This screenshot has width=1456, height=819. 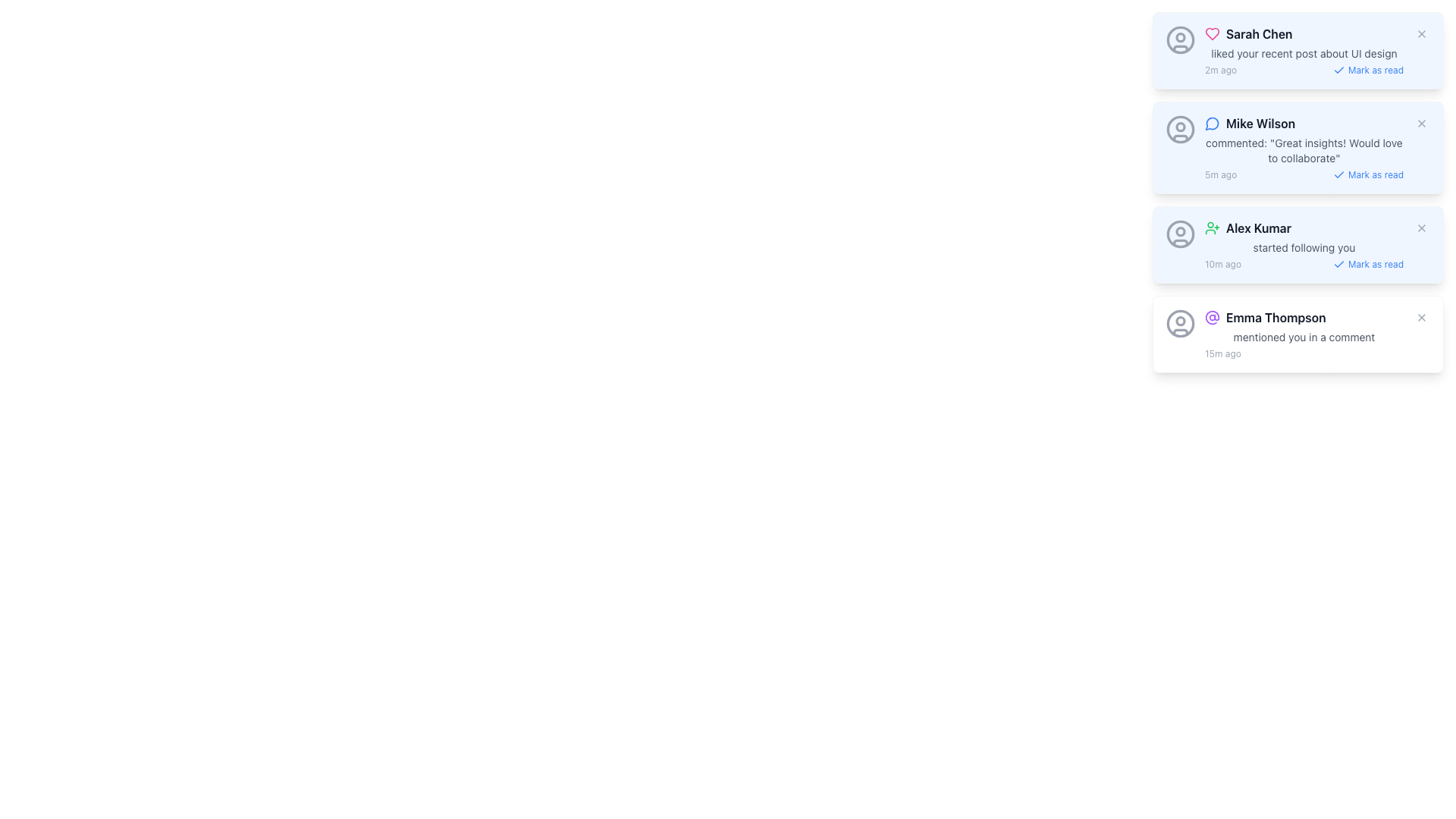 What do you see at coordinates (1421, 317) in the screenshot?
I see `the circular gray 'X' button located at the top-right corner of the 'Emma Thompson mentioned you in a comment' notification card` at bounding box center [1421, 317].